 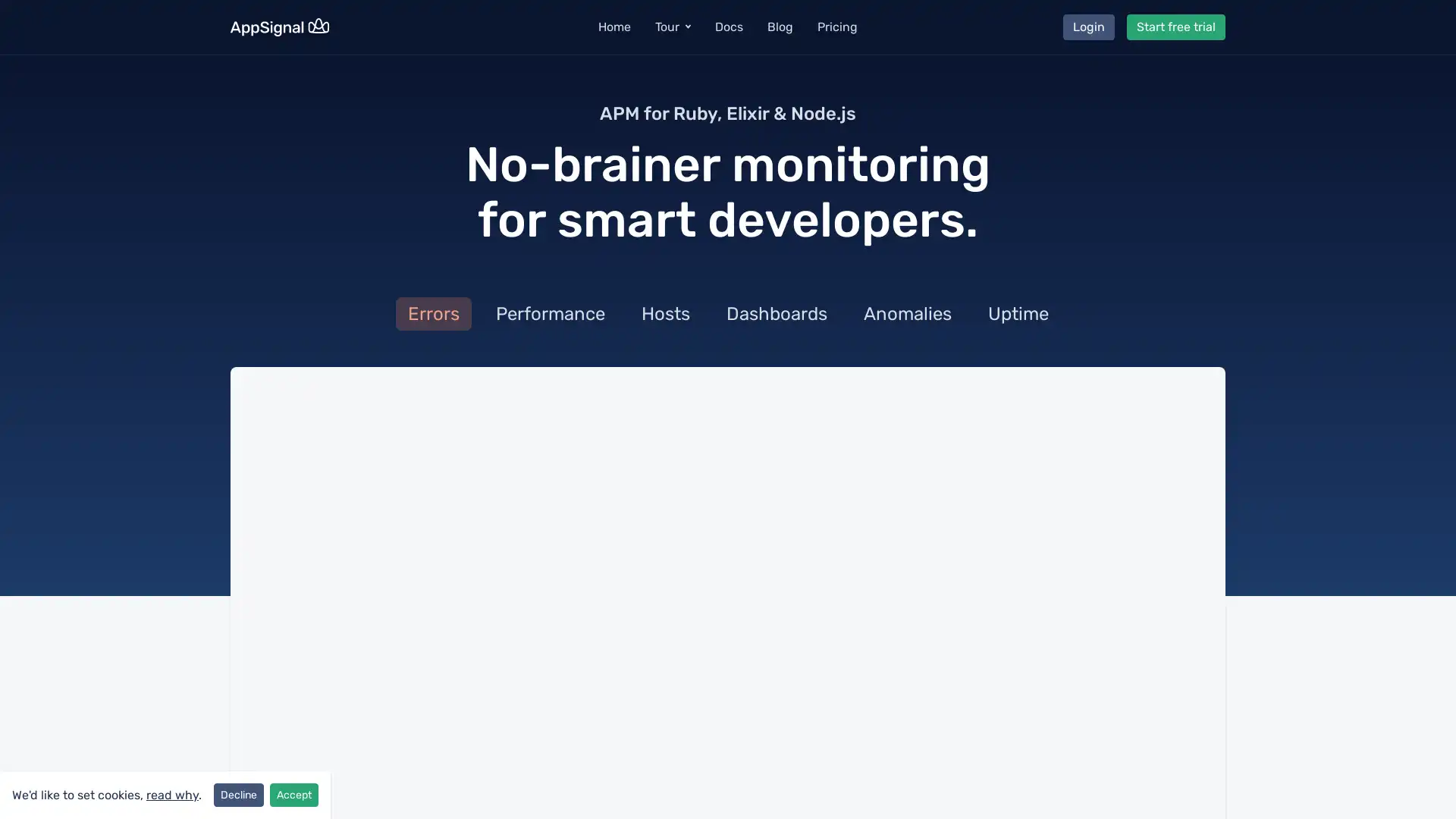 What do you see at coordinates (665, 312) in the screenshot?
I see `Hosts` at bounding box center [665, 312].